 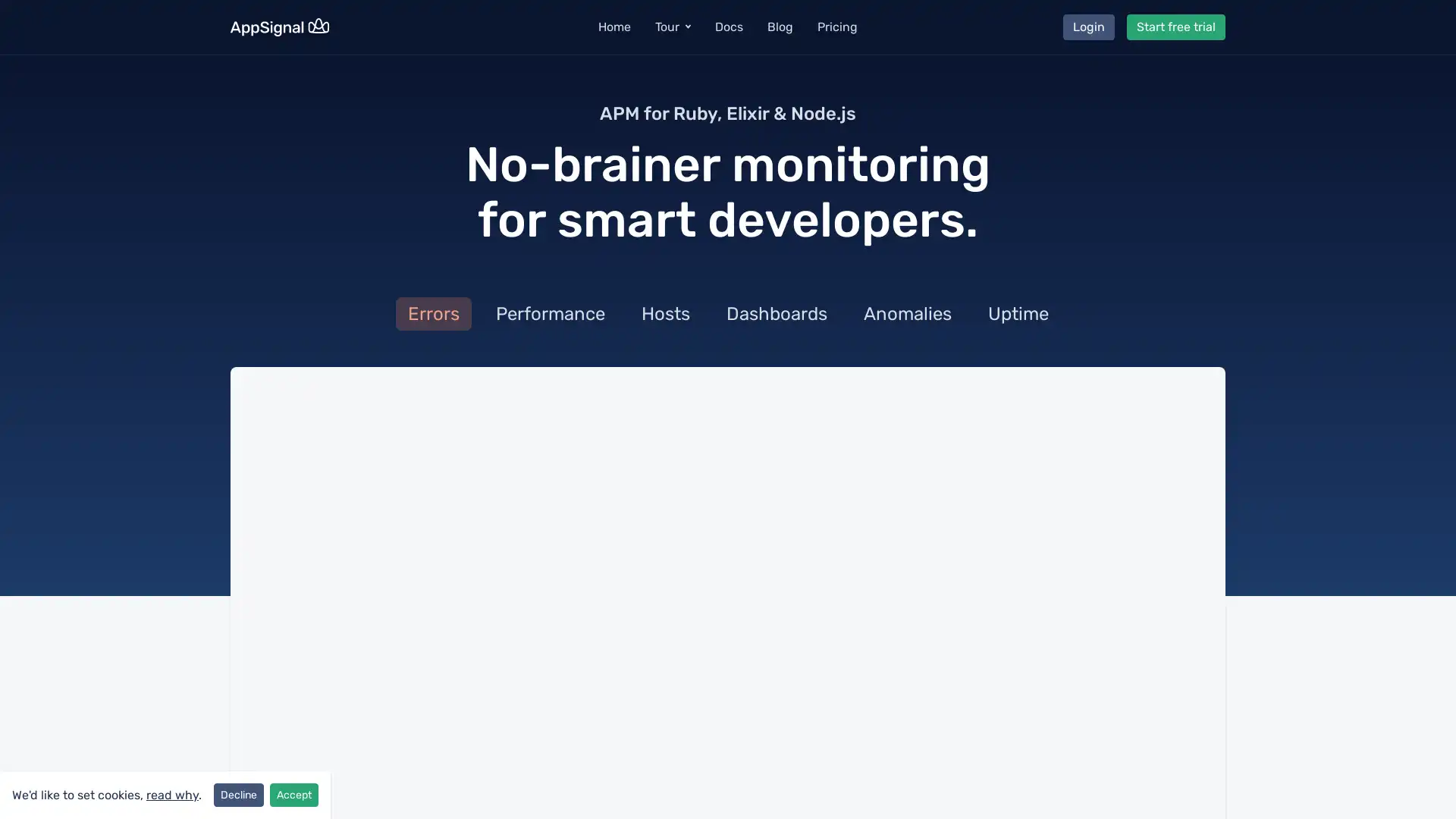 What do you see at coordinates (665, 312) in the screenshot?
I see `Hosts` at bounding box center [665, 312].